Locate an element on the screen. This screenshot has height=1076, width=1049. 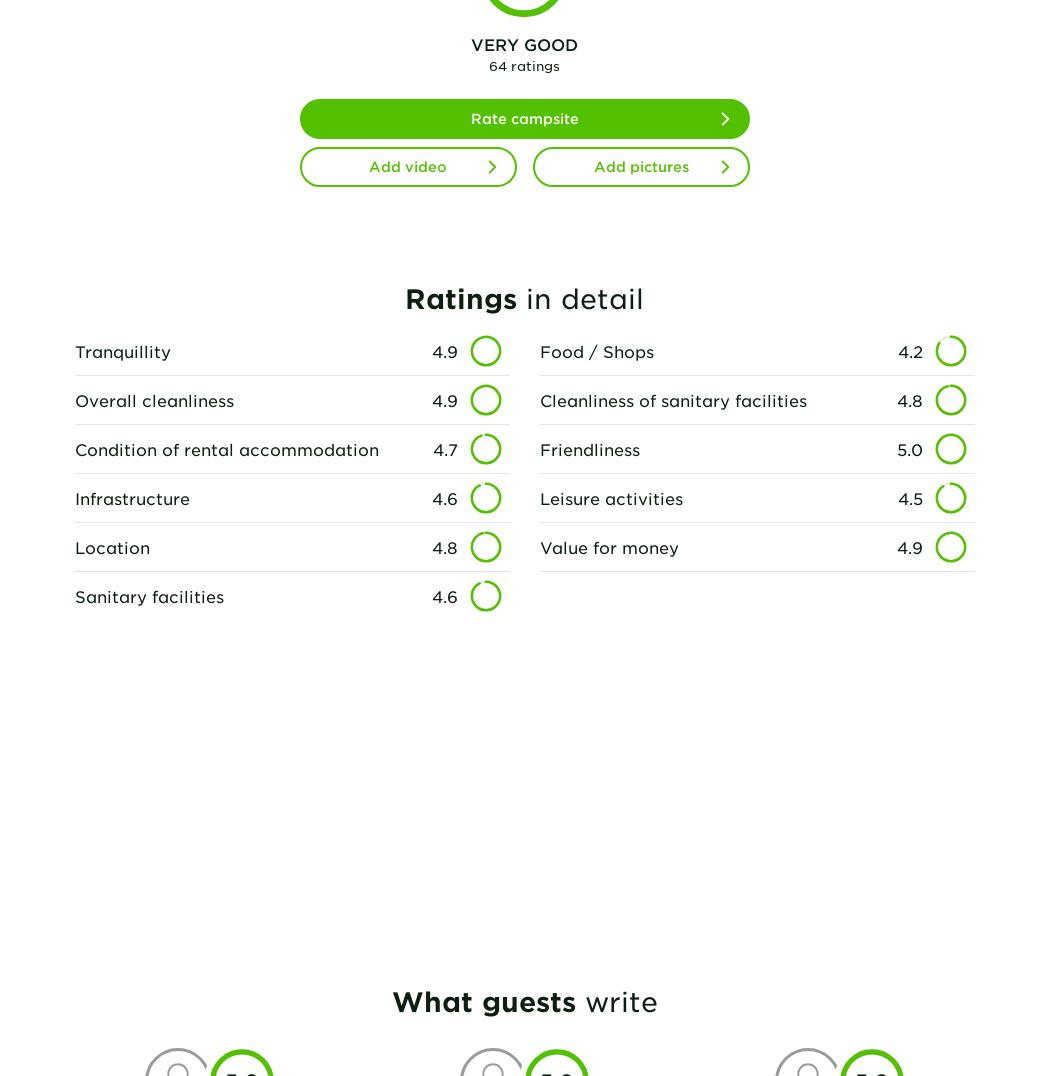
'4.7' is located at coordinates (443, 448).